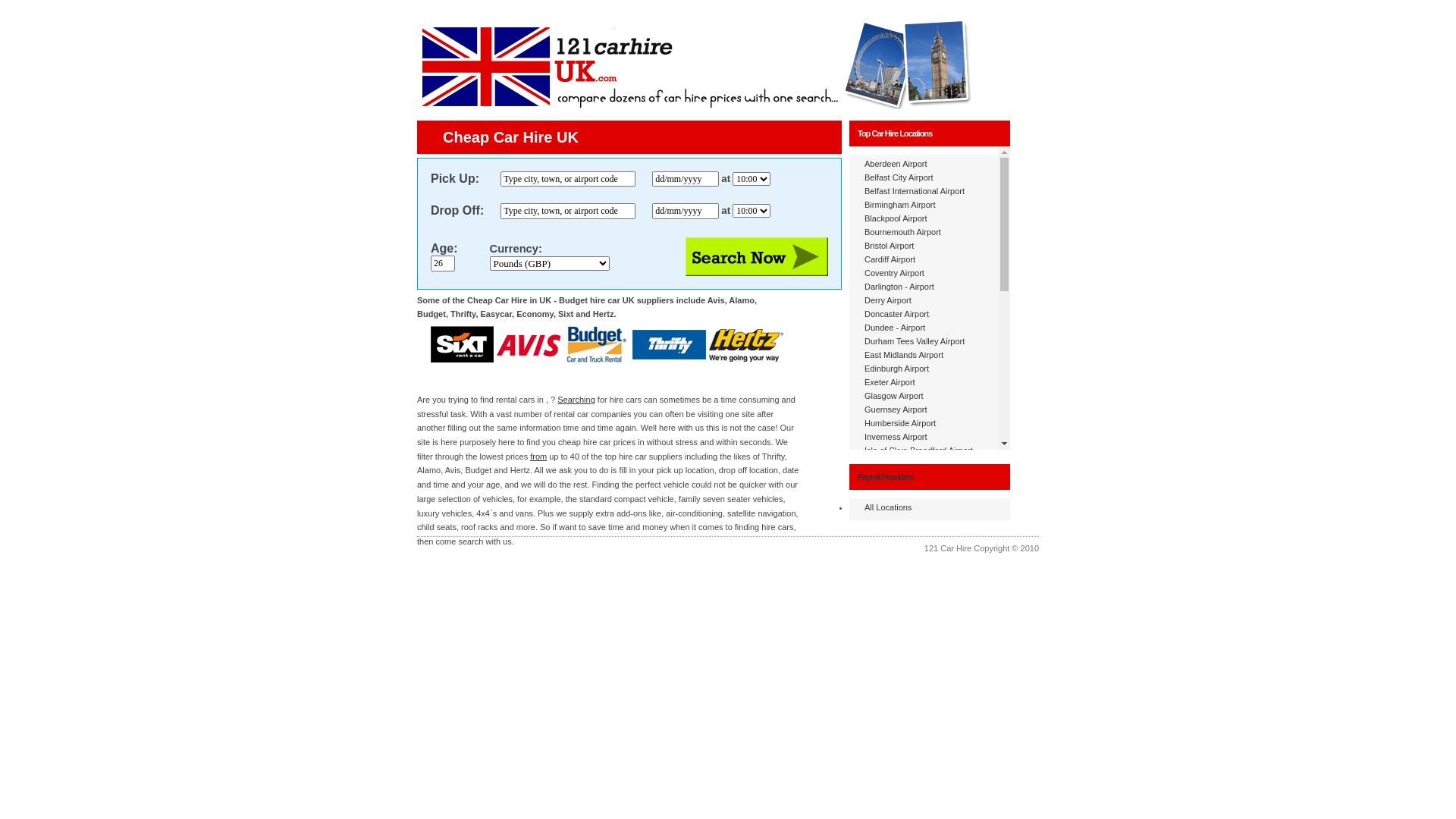 Image resolution: width=1456 pixels, height=819 pixels. Describe the element at coordinates (890, 463) in the screenshot. I see `'Jersey Airport'` at that location.